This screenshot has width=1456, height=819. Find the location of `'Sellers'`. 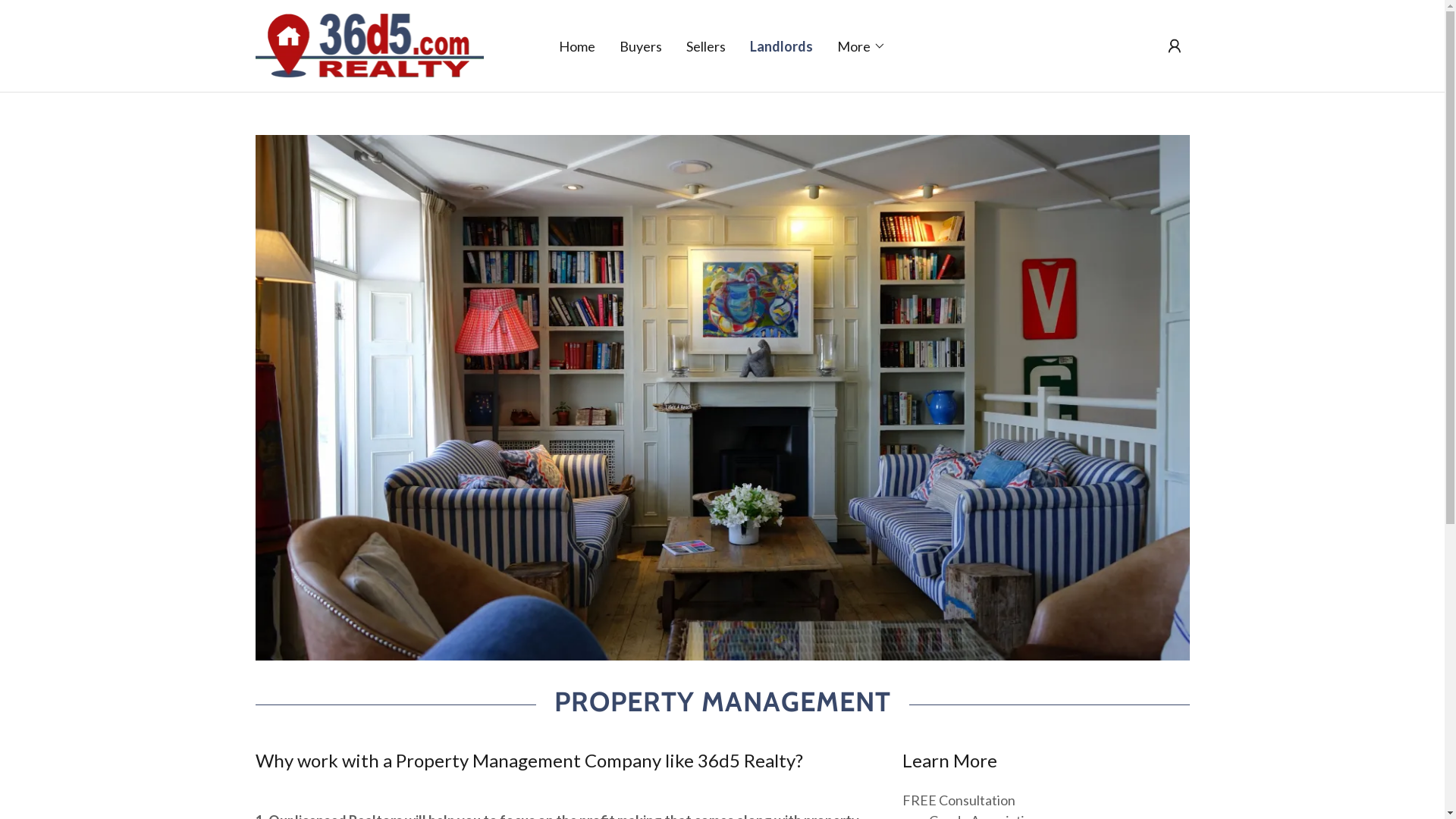

'Sellers' is located at coordinates (680, 45).